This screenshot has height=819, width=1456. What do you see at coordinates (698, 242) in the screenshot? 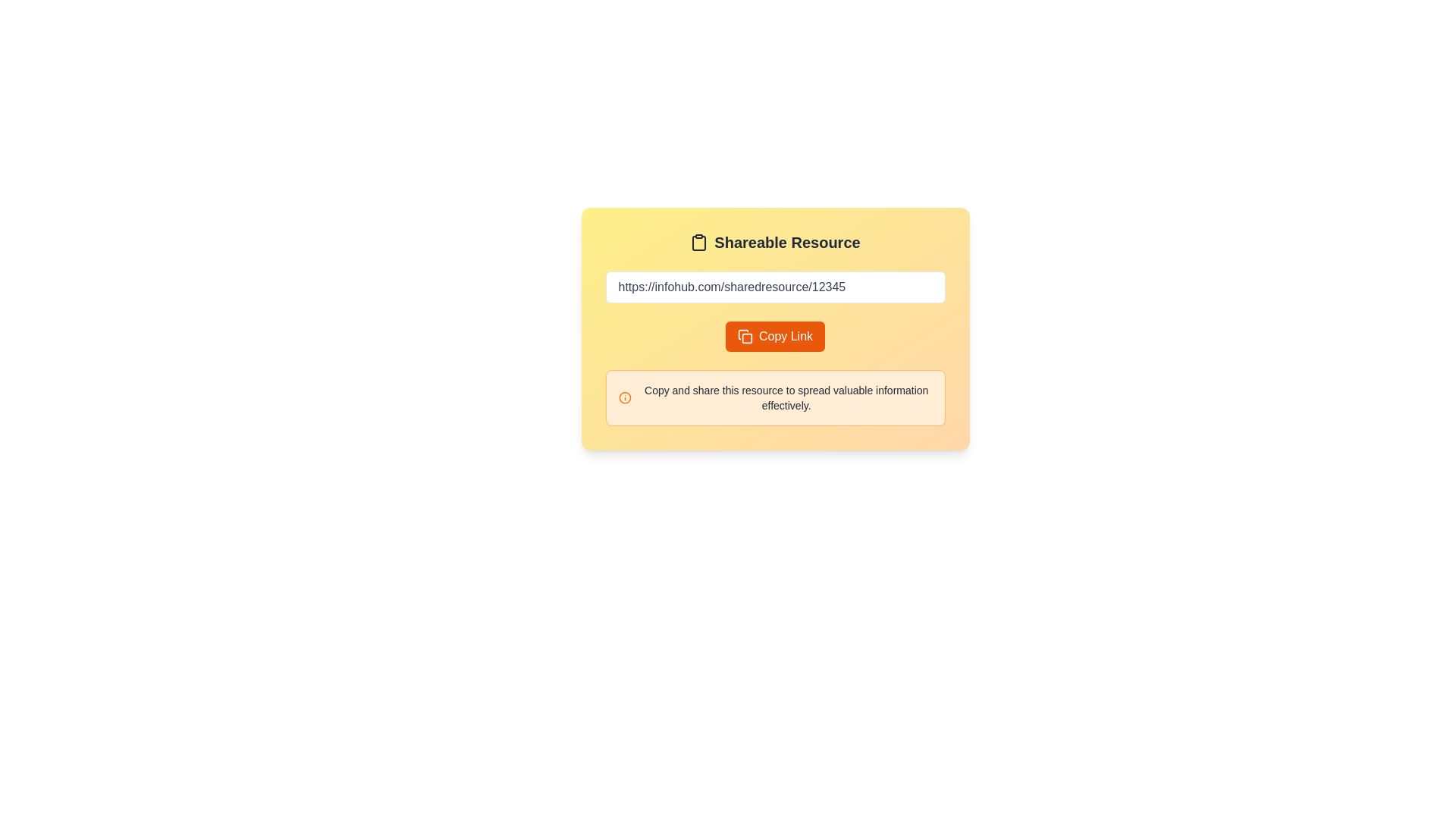
I see `the clipboard icon located to the left of the 'Shareable Resource' label in the header section` at bounding box center [698, 242].